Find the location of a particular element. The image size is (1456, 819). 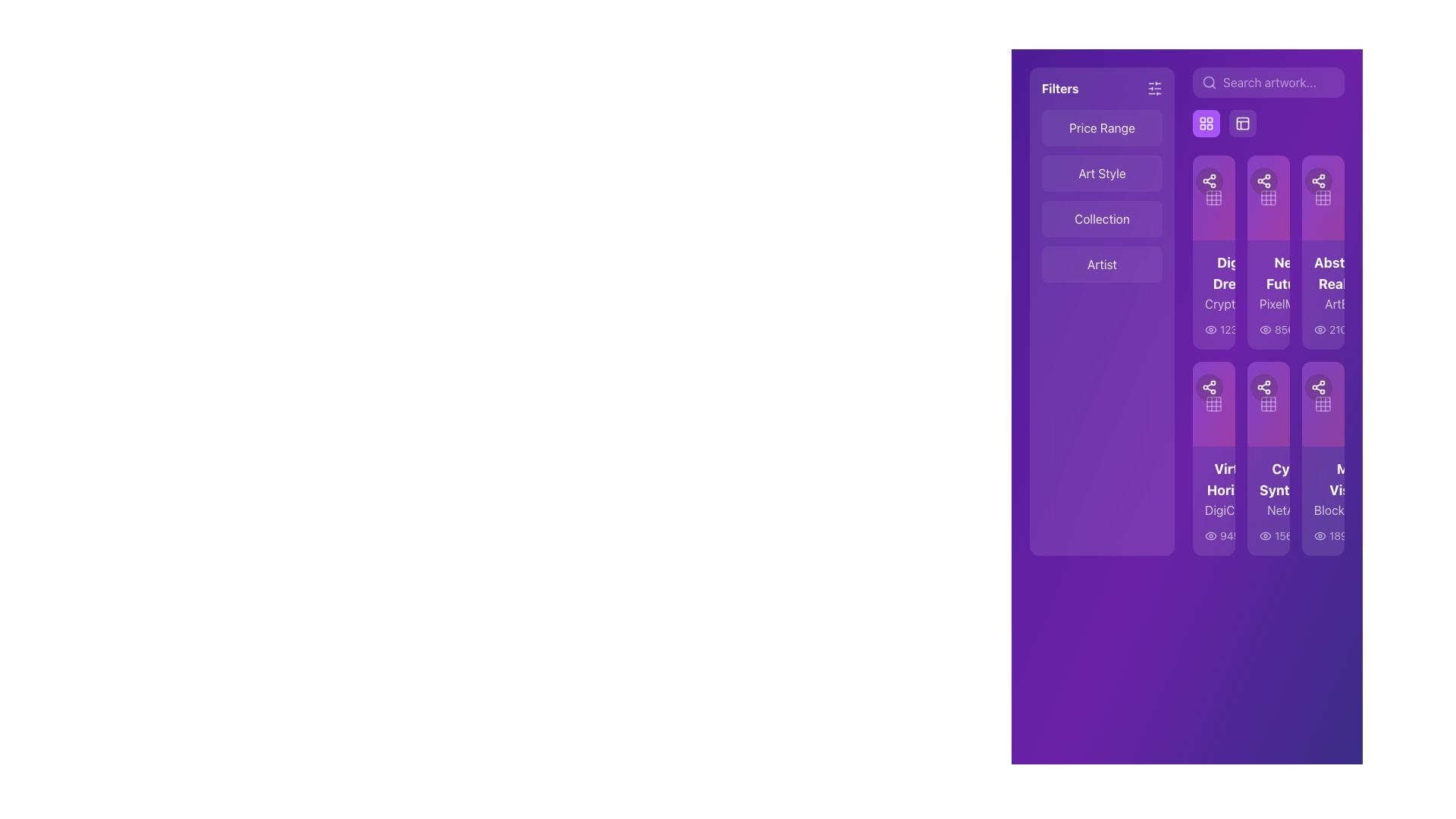

the eye-shaped visibility icon located to the left of the numeric text '2100' in the third horizontal card of the right-hand grid is located at coordinates (1319, 329).